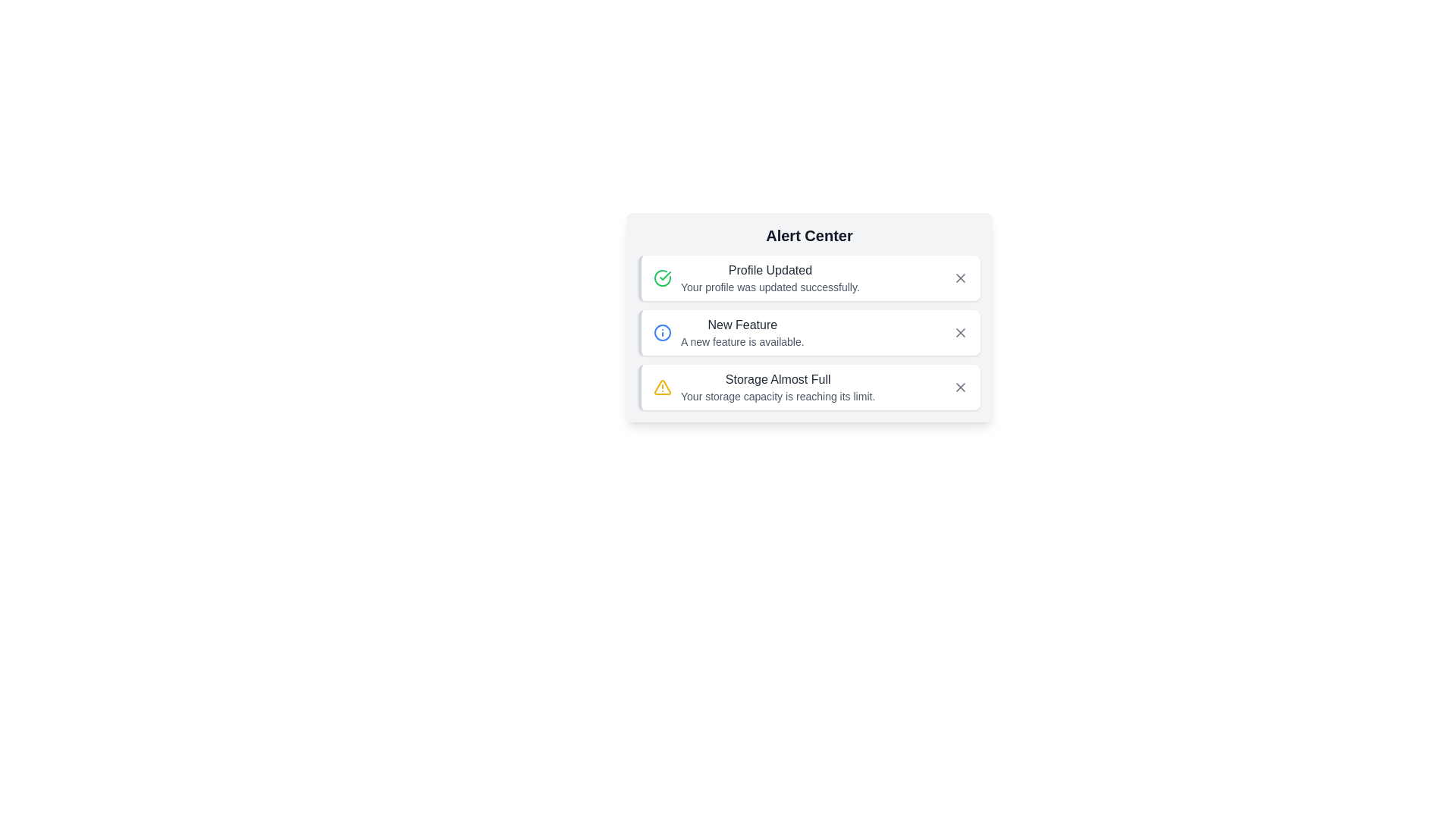 The height and width of the screenshot is (819, 1456). I want to click on the text label that informs the user about their storage capacity nearing its limit, located below the title 'Storage Almost Full.', so click(778, 396).